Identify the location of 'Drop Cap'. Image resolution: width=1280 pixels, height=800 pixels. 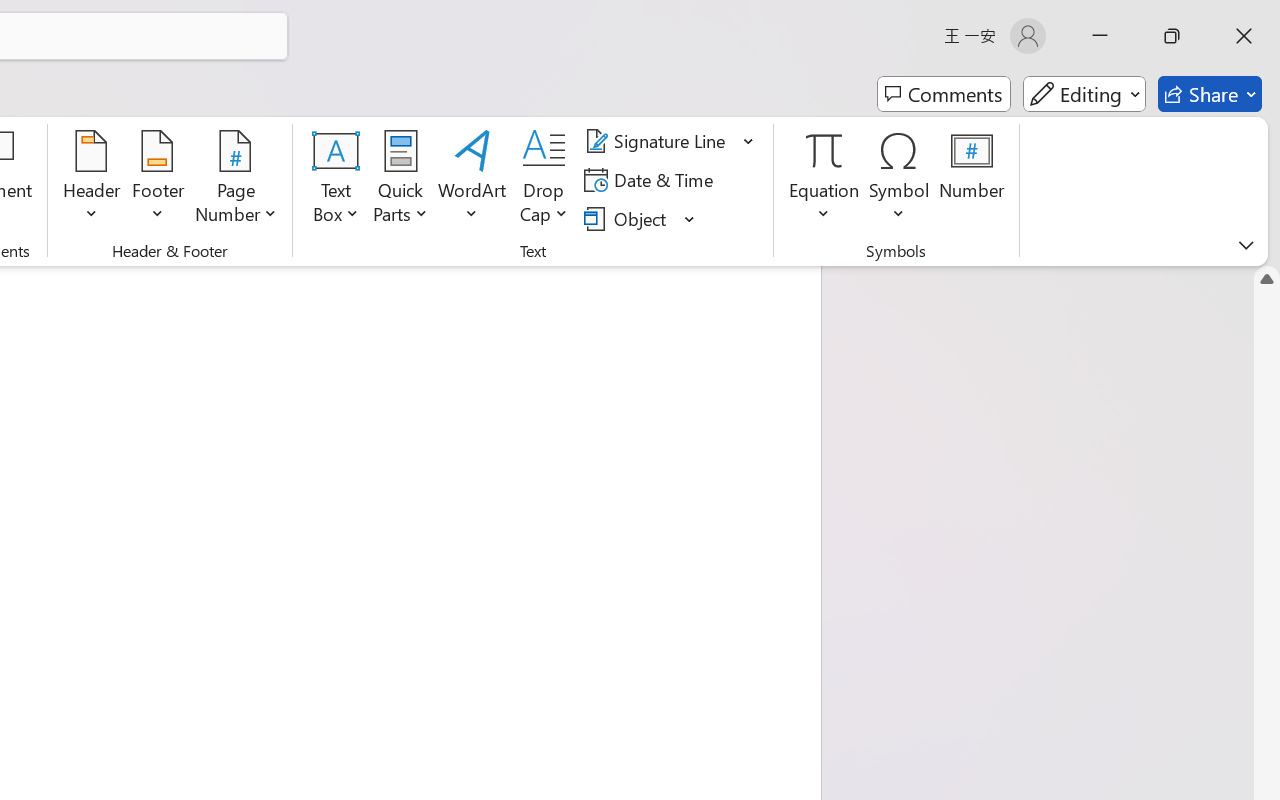
(544, 179).